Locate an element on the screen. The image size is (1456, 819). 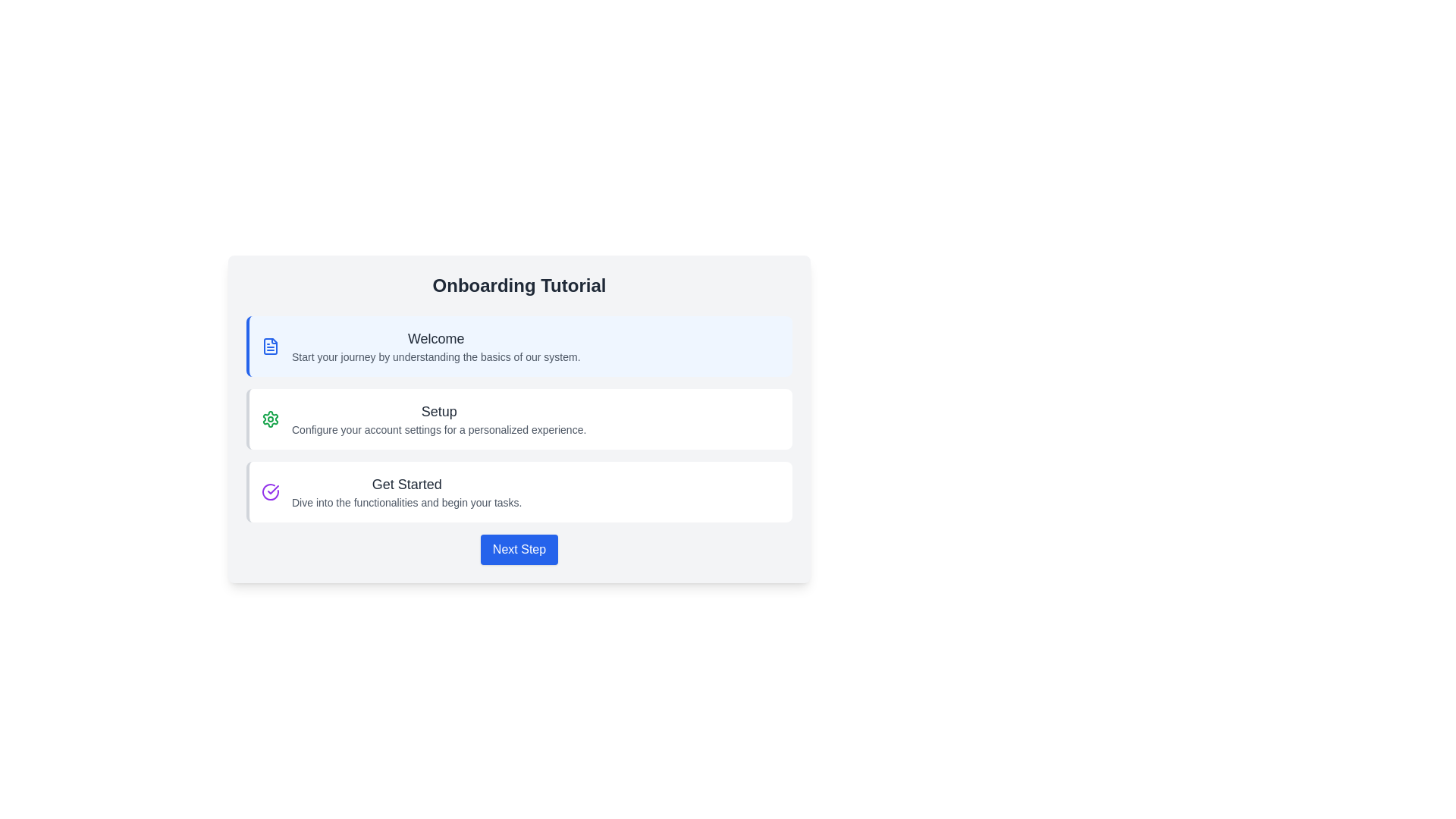
the helper text that reads 'Start your journey by understanding the basics of our system.' located below the 'Welcome' title in the 'Welcome' section is located at coordinates (435, 356).